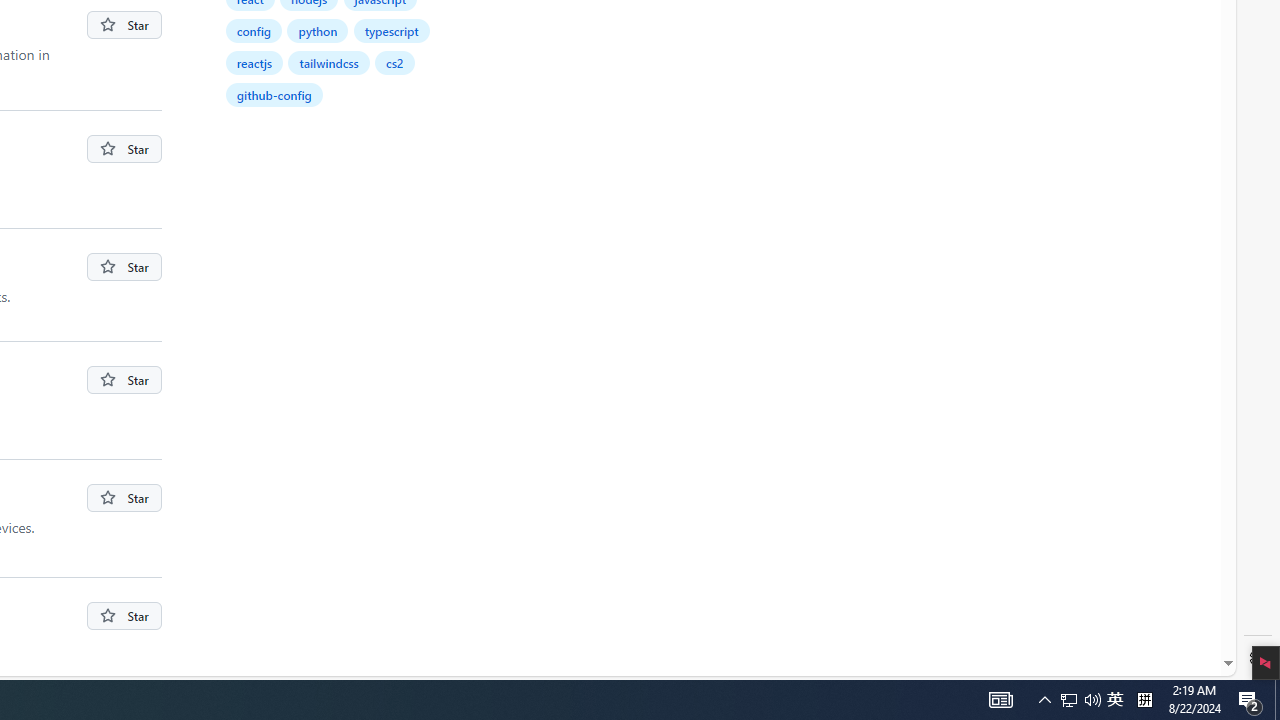  I want to click on 'tailwindcss', so click(330, 61).